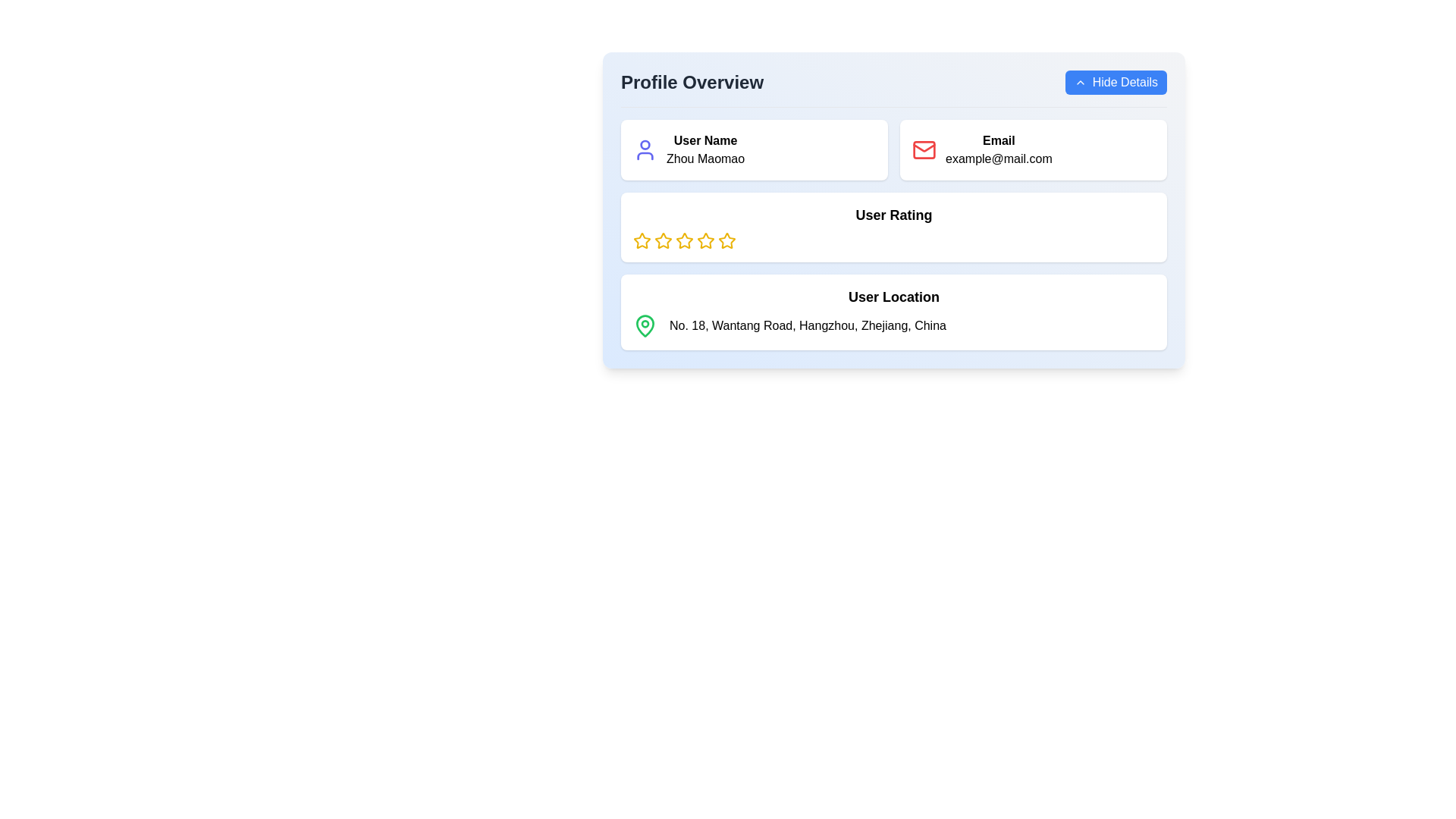 This screenshot has width=1456, height=819. What do you see at coordinates (726, 240) in the screenshot?
I see `the fifth star icon with a yellow border and white fill in the User Rating section to change the rating` at bounding box center [726, 240].